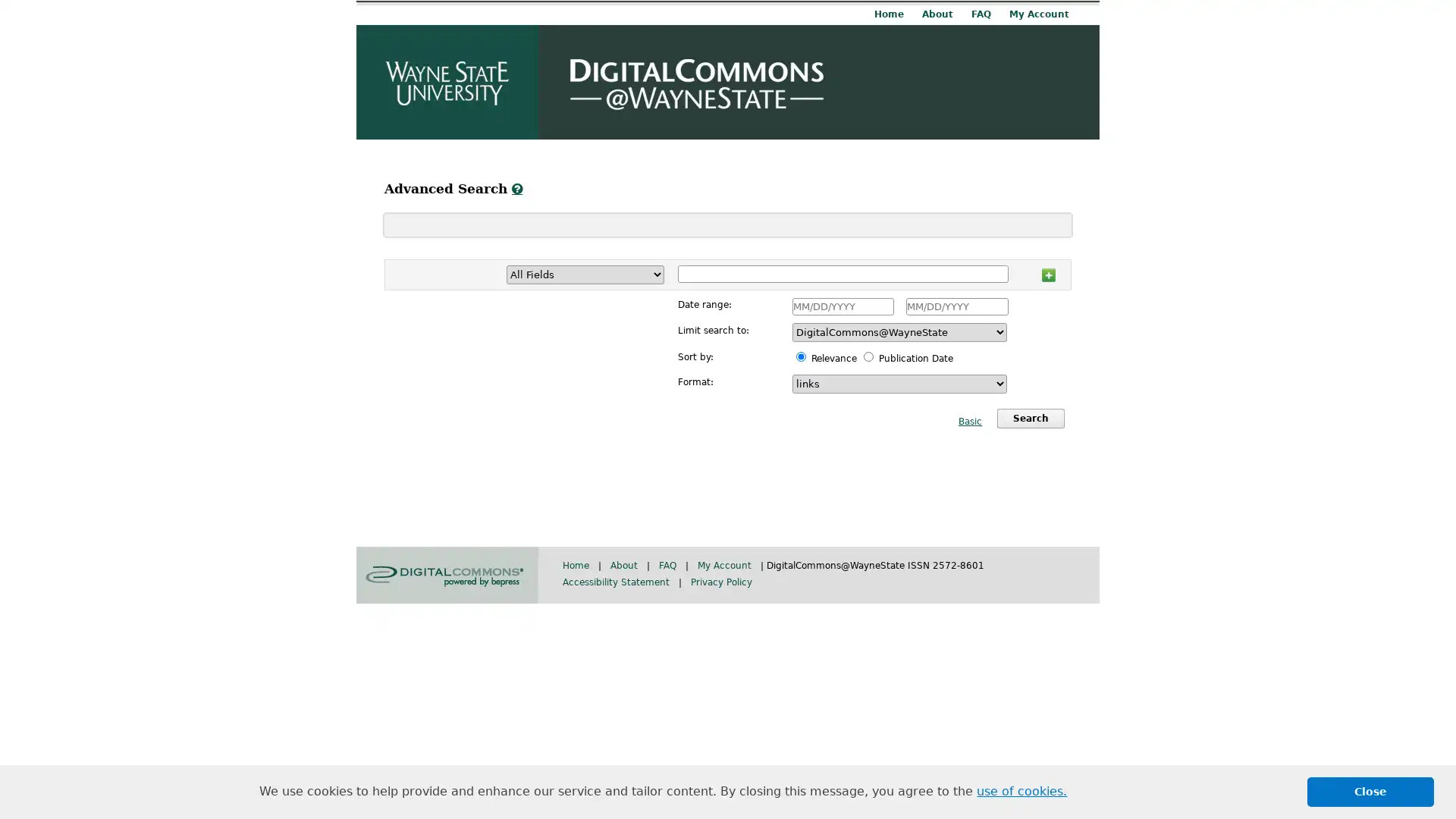 The image size is (1456, 819). Describe the element at coordinates (1030, 418) in the screenshot. I see `Search` at that location.